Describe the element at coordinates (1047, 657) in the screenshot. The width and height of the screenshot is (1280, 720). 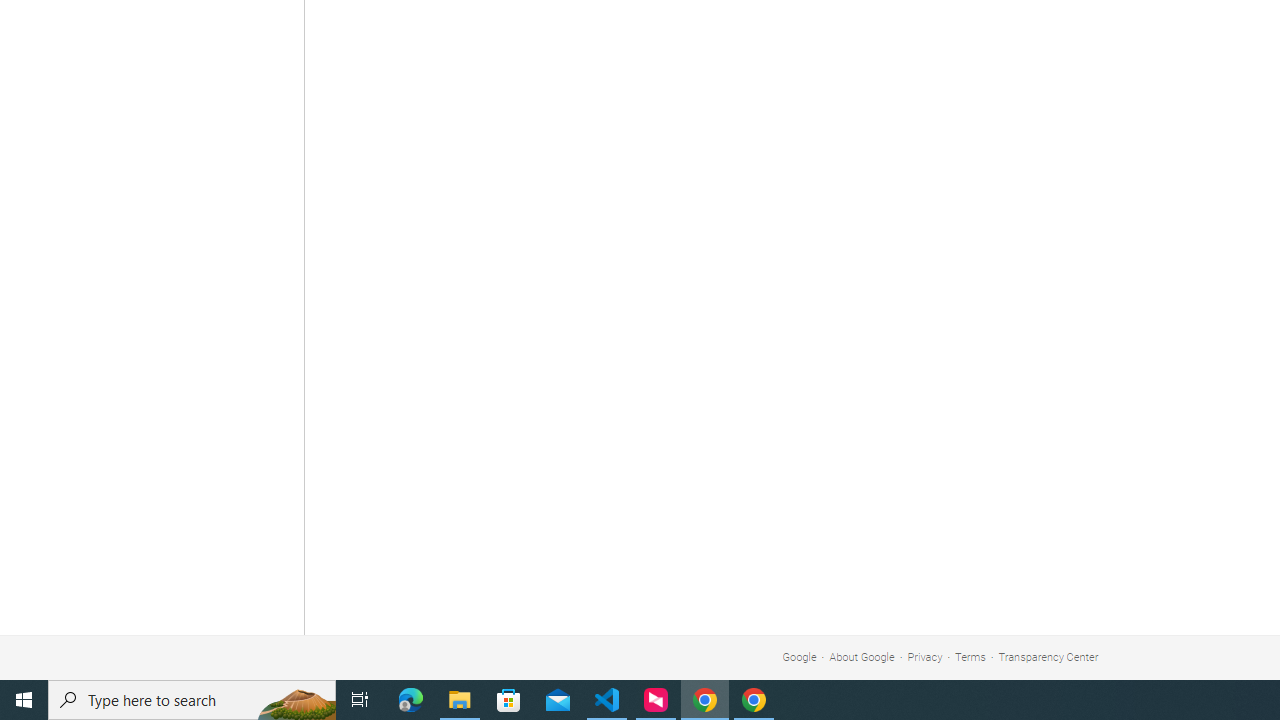
I see `'Transparency Center'` at that location.